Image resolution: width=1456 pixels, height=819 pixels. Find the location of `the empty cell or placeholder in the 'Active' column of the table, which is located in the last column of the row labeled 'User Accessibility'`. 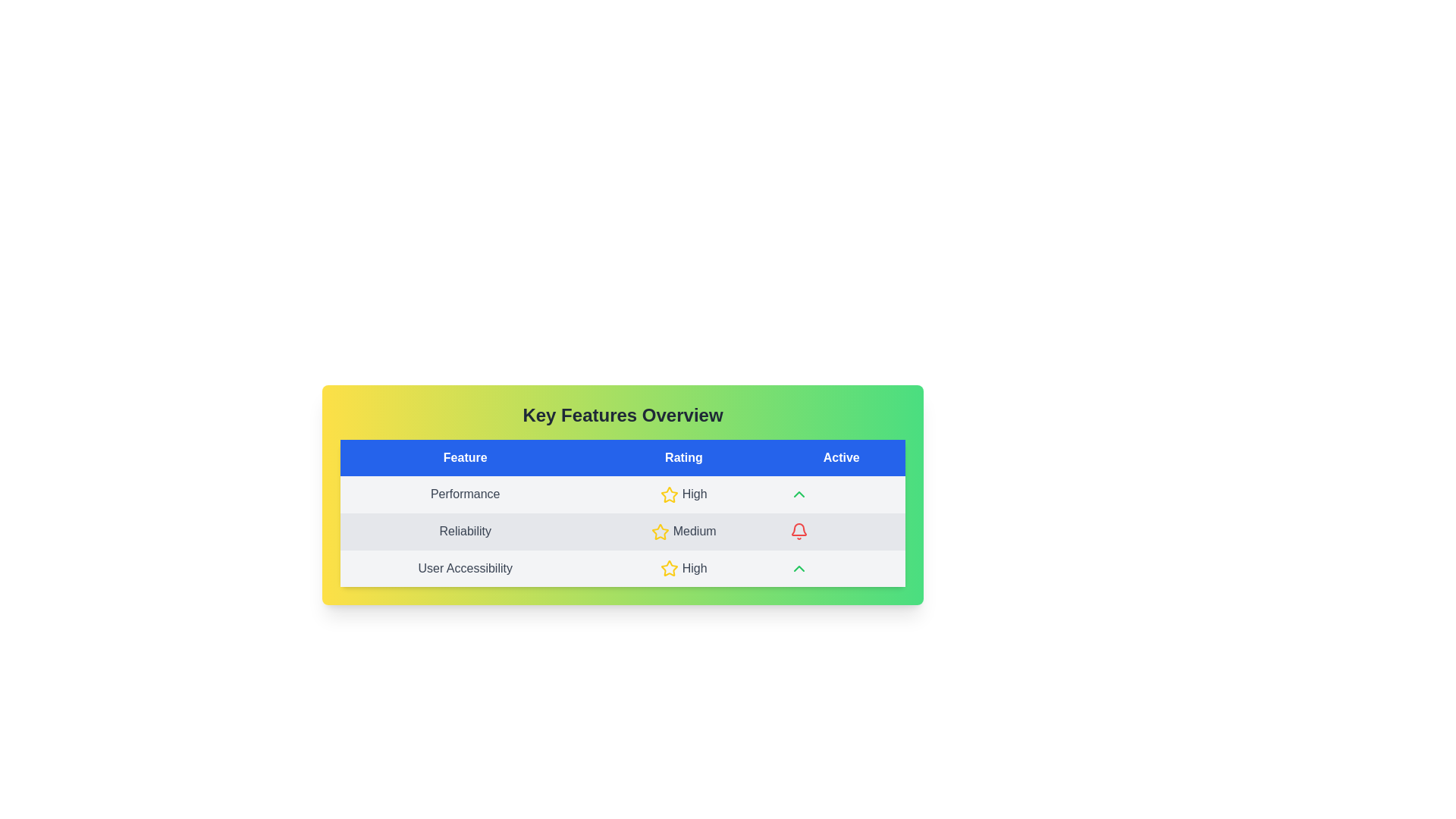

the empty cell or placeholder in the 'Active' column of the table, which is located in the last column of the row labeled 'User Accessibility' is located at coordinates (840, 568).